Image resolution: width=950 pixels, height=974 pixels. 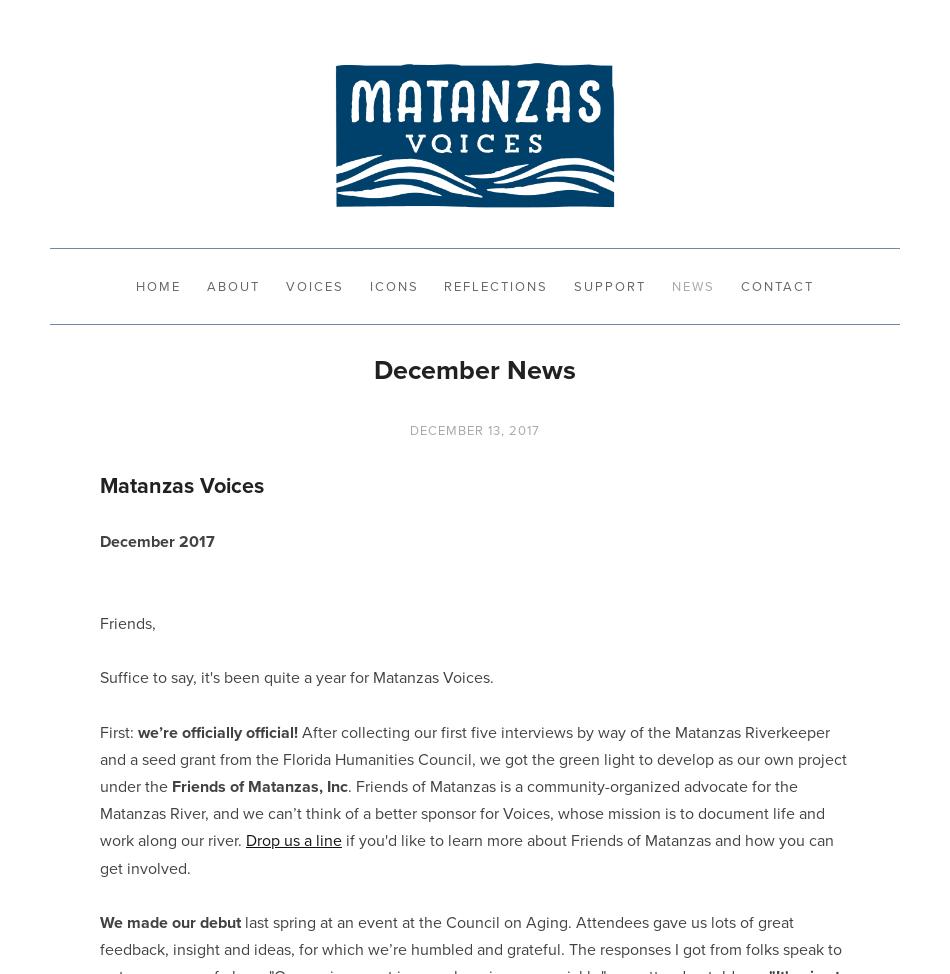 I want to click on 'Friends,', so click(x=100, y=621).